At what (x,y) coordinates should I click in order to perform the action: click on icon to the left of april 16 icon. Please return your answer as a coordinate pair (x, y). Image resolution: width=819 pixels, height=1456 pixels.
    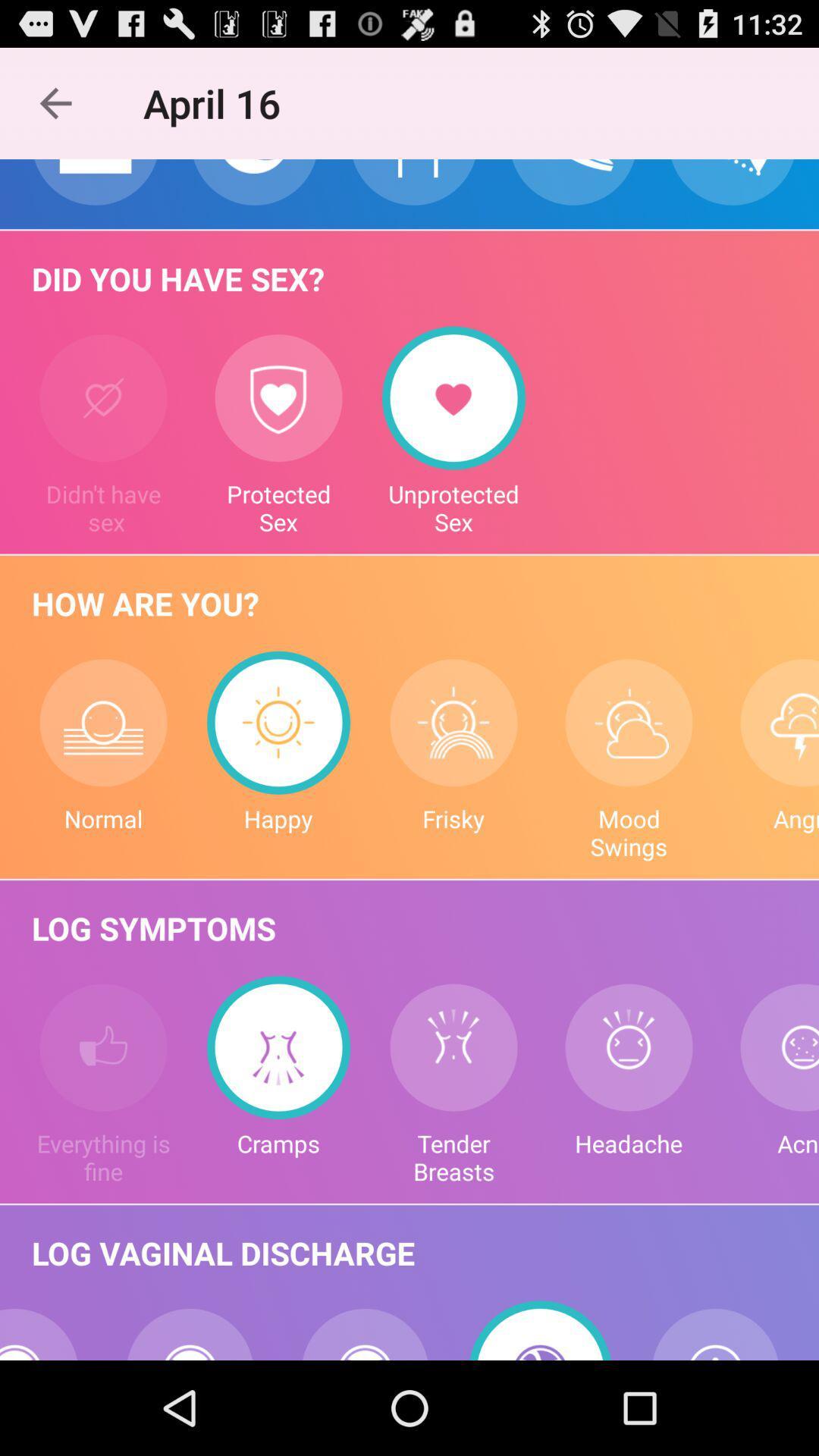
    Looking at the image, I should click on (55, 102).